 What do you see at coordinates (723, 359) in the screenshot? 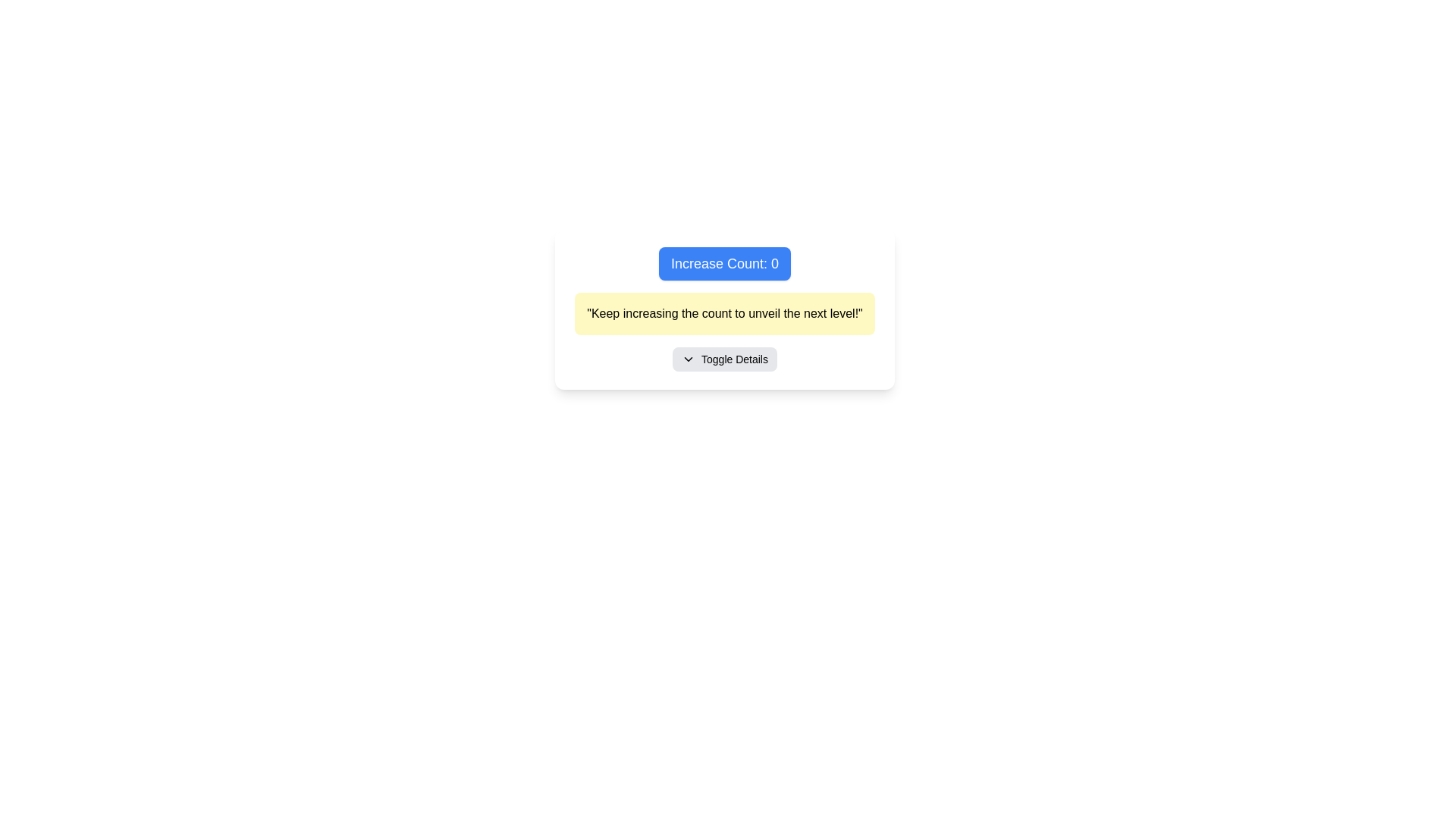
I see `the 'Toggle Details' button with a light gray background and rounded corners to observe hover effects` at bounding box center [723, 359].